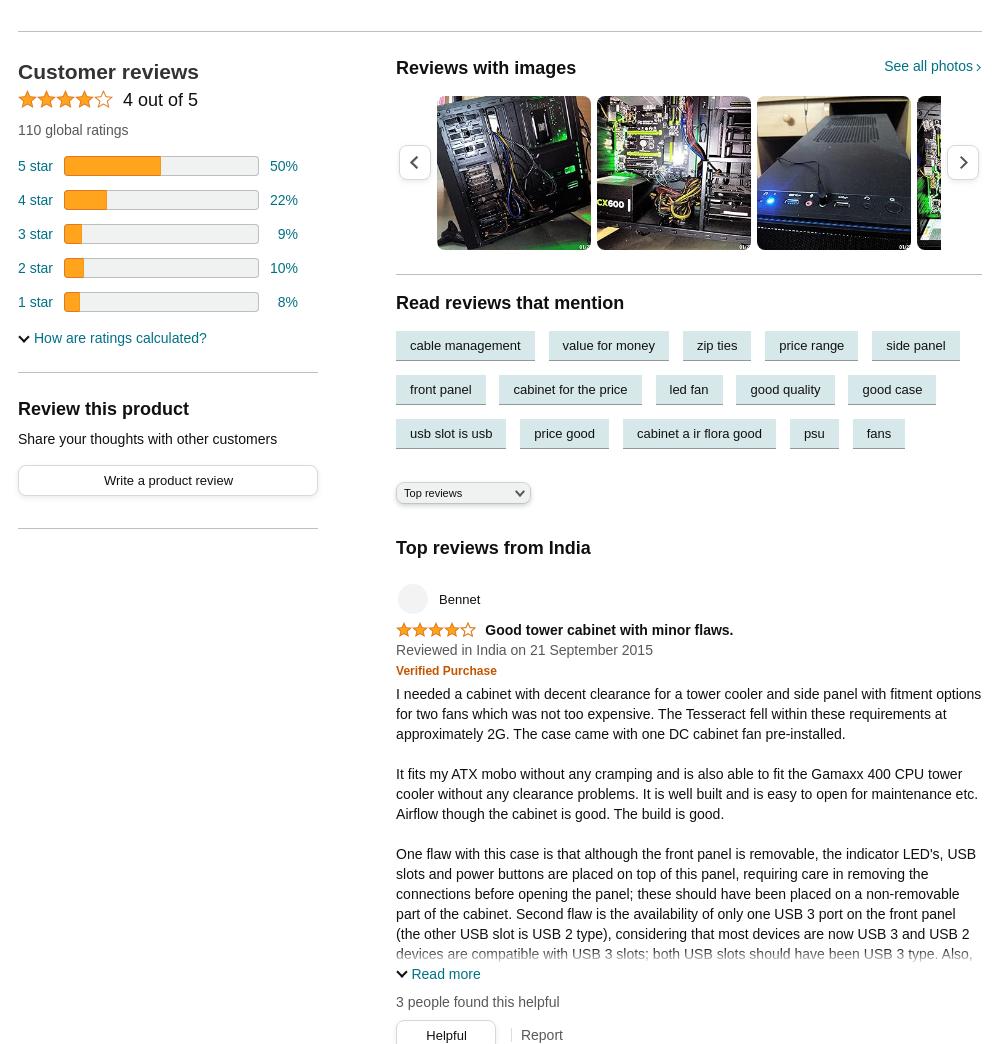 This screenshot has height=1044, width=1000. What do you see at coordinates (928, 64) in the screenshot?
I see `'See all photos'` at bounding box center [928, 64].